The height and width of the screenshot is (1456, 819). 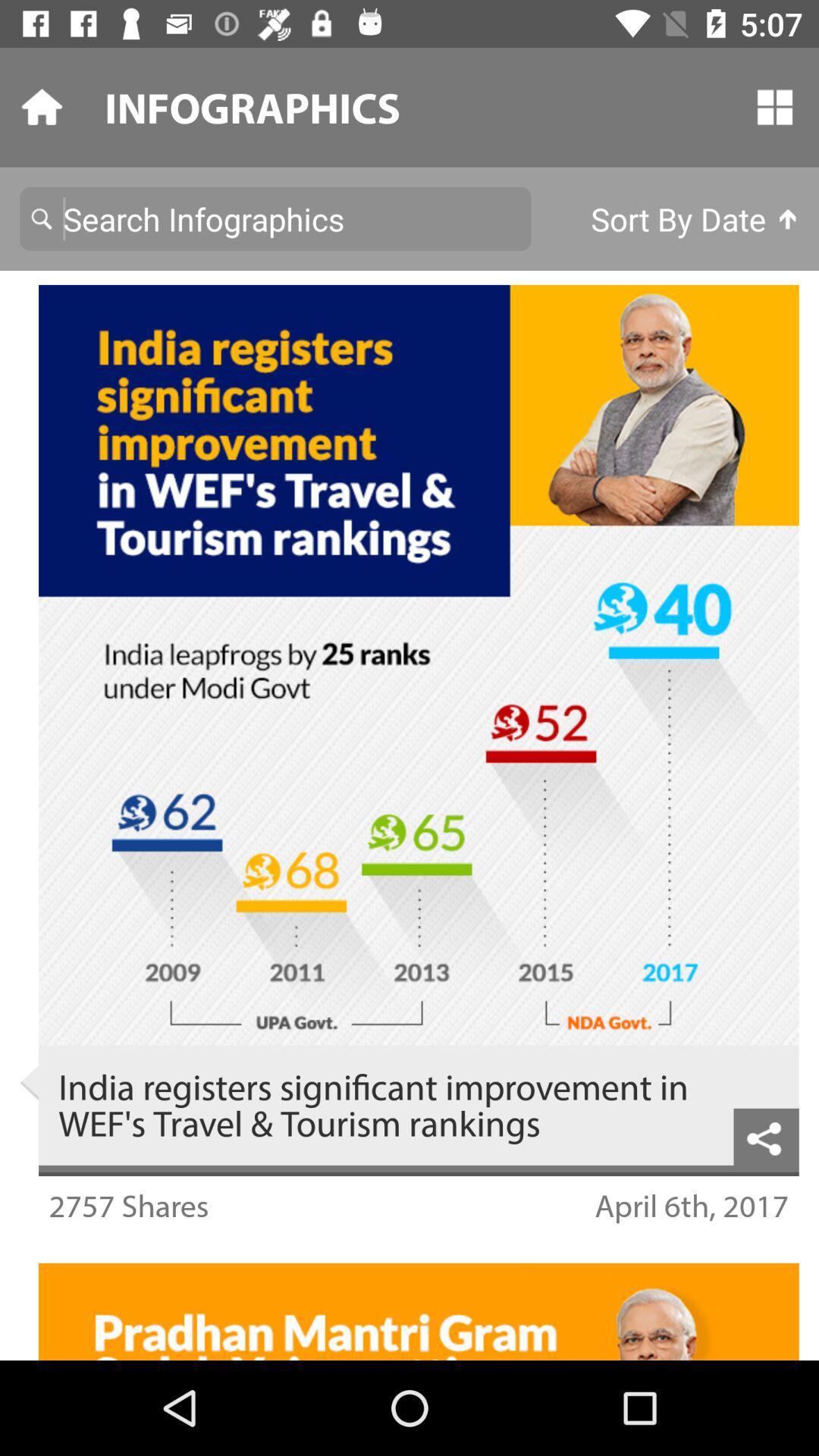 I want to click on item to the left of the april 6th, 2017, so click(x=127, y=1204).